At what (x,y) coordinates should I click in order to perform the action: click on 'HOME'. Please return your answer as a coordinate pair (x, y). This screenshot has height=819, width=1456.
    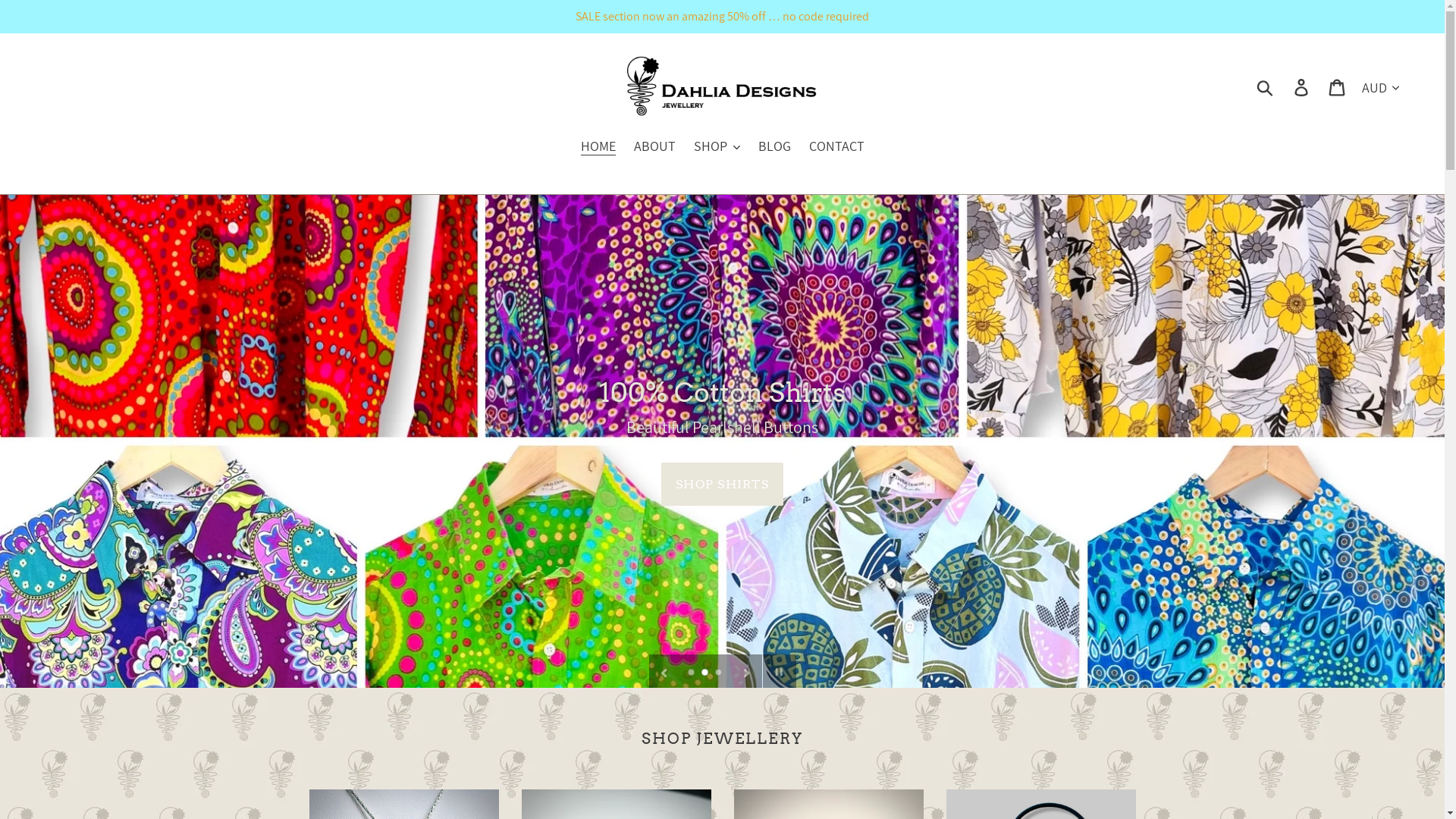
    Looking at the image, I should click on (572, 146).